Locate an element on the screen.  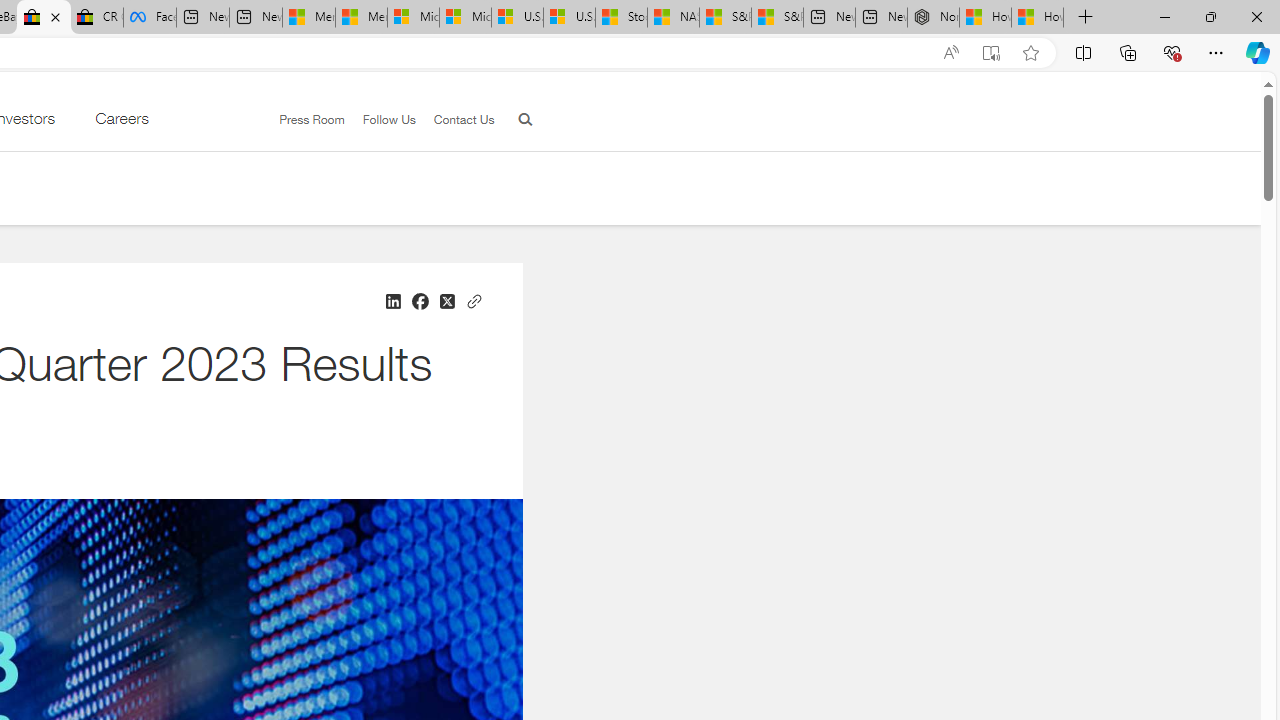
'Share on Facebook' is located at coordinates (418, 301).